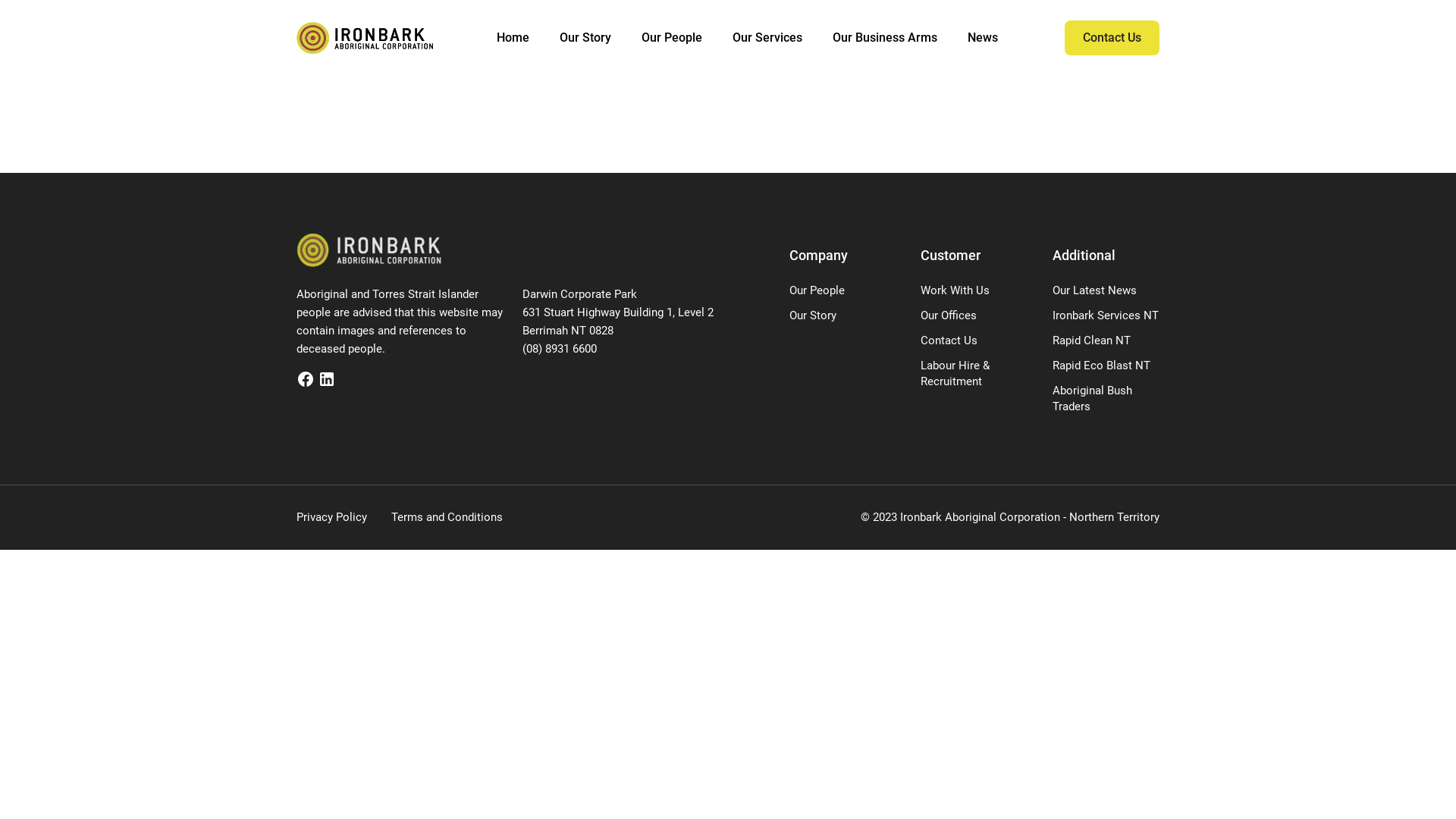  Describe the element at coordinates (954, 373) in the screenshot. I see `'Labour Hire & Recruitment'` at that location.